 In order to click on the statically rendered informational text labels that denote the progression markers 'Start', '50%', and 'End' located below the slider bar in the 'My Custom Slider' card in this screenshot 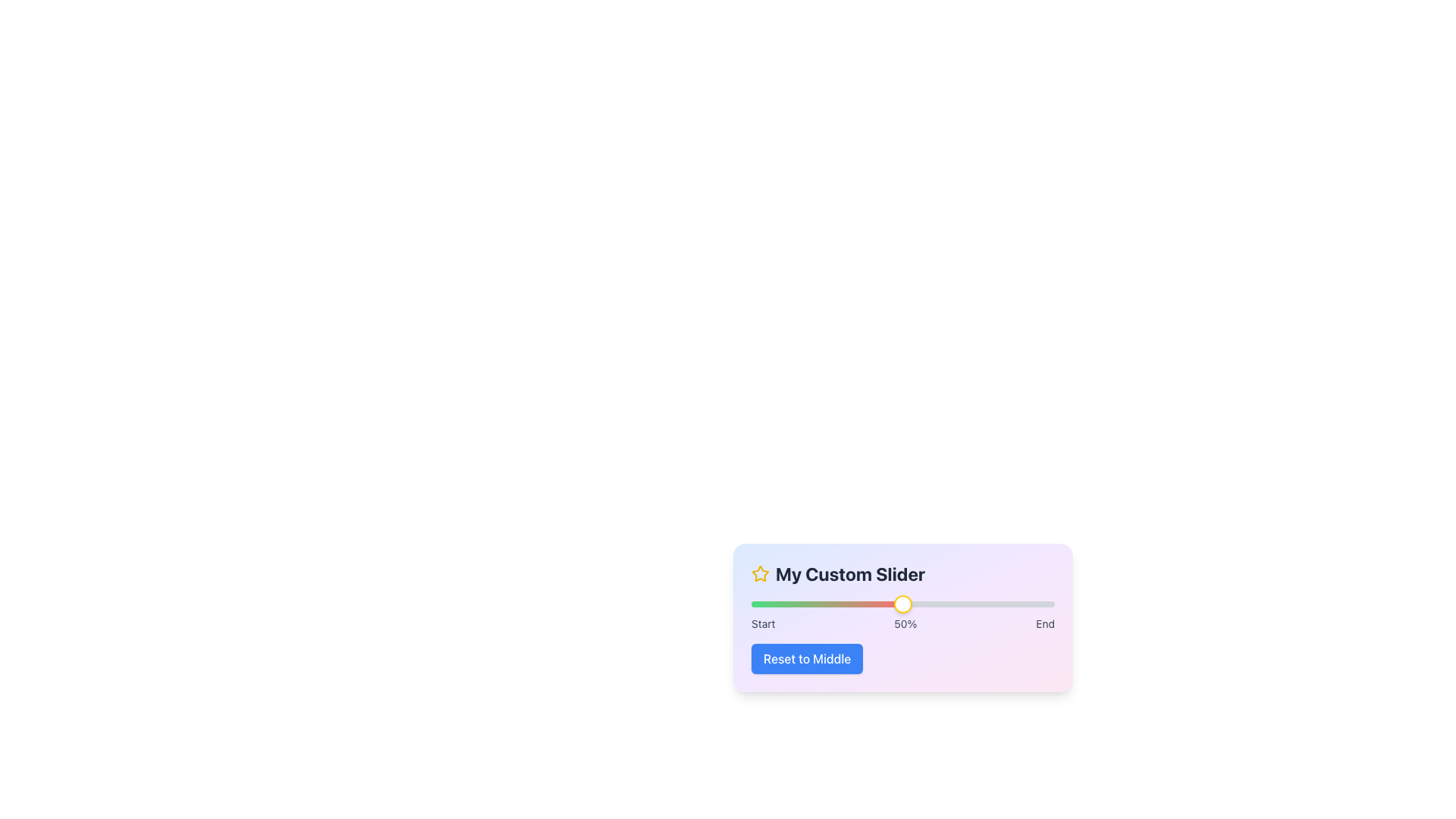, I will do `click(902, 623)`.